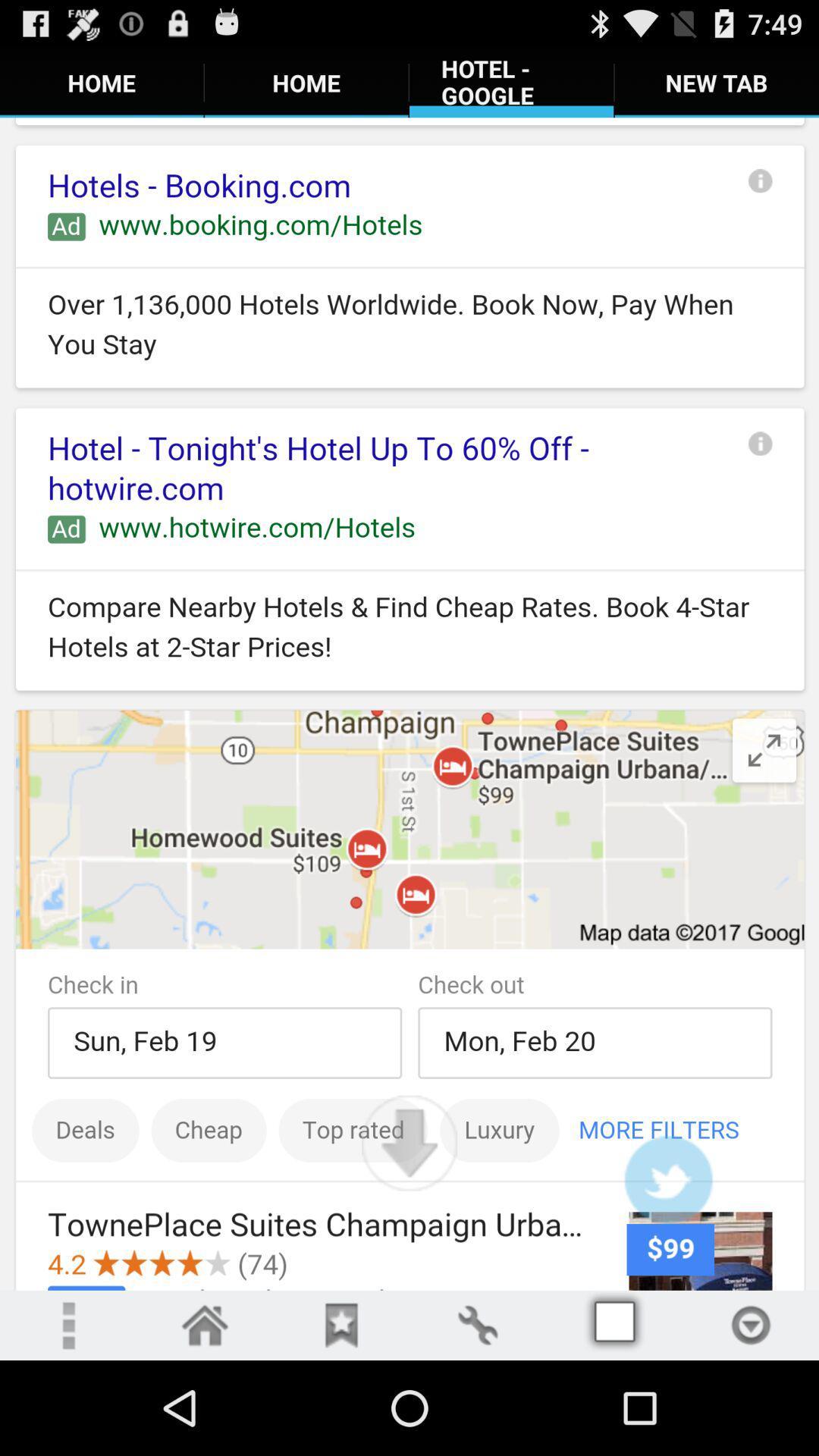 Image resolution: width=819 pixels, height=1456 pixels. I want to click on twitter, so click(667, 1178).